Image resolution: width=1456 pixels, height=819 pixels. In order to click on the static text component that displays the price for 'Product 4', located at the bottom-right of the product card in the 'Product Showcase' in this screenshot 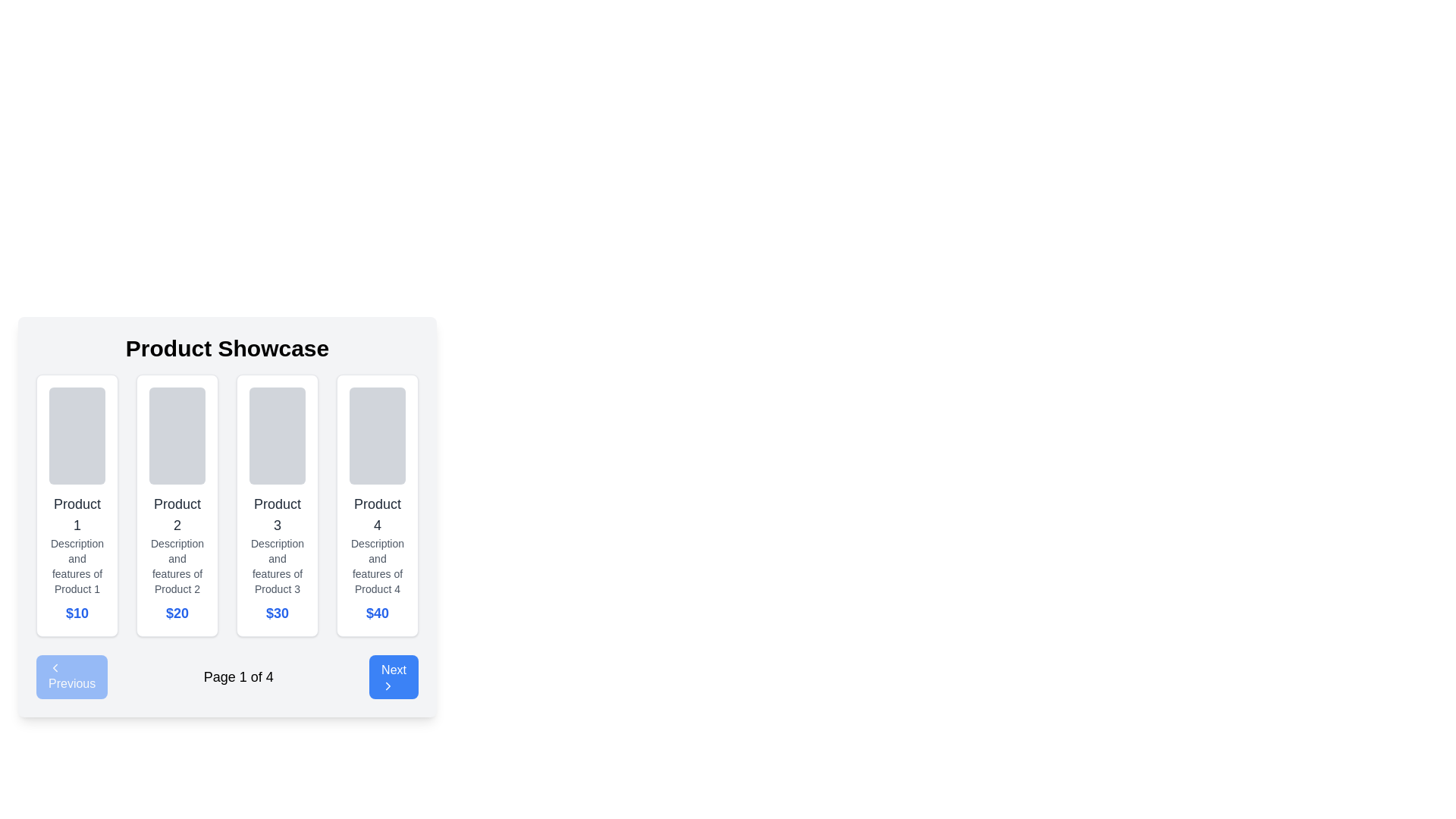, I will do `click(378, 613)`.